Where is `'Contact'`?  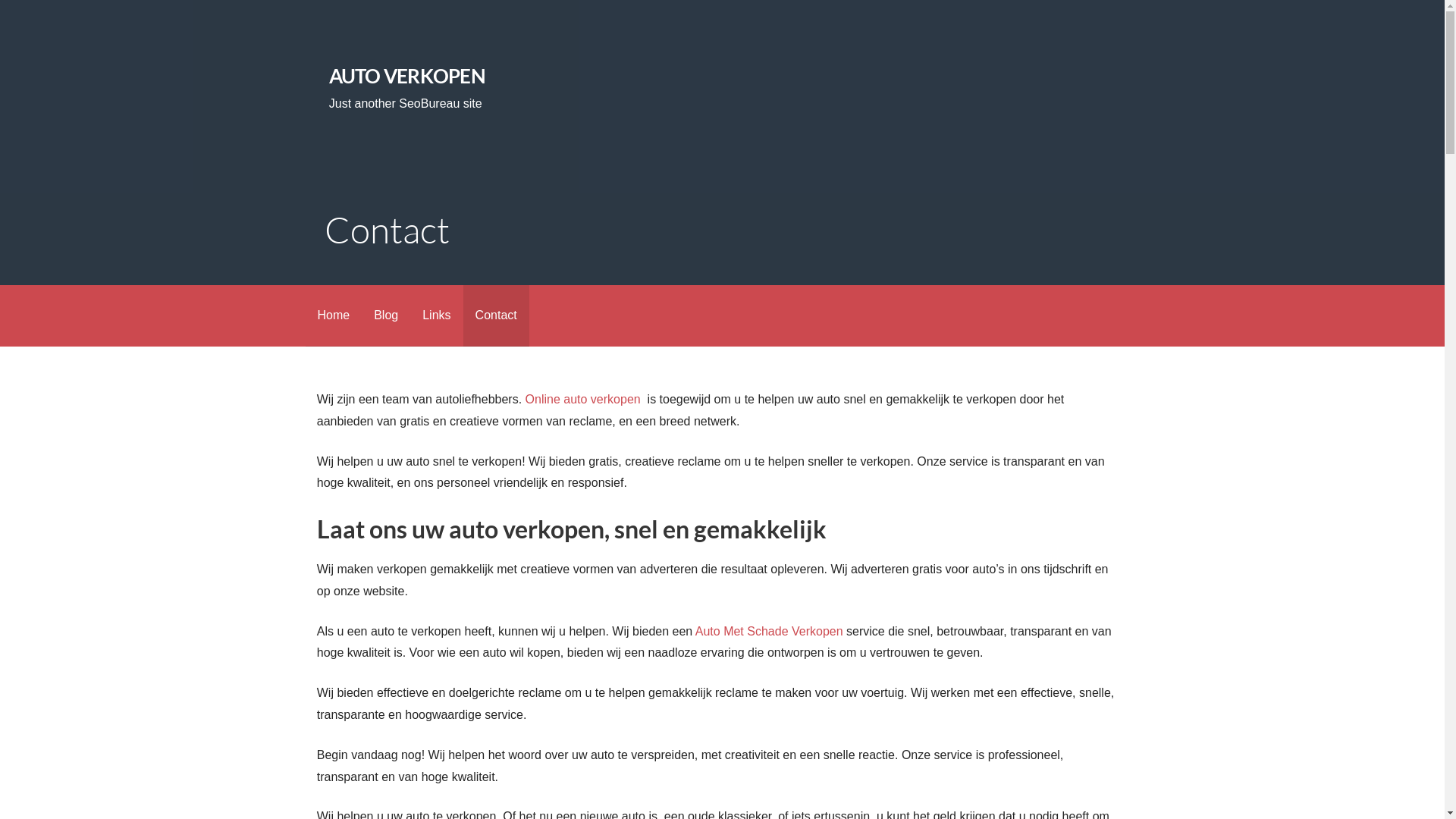 'Contact' is located at coordinates (496, 315).